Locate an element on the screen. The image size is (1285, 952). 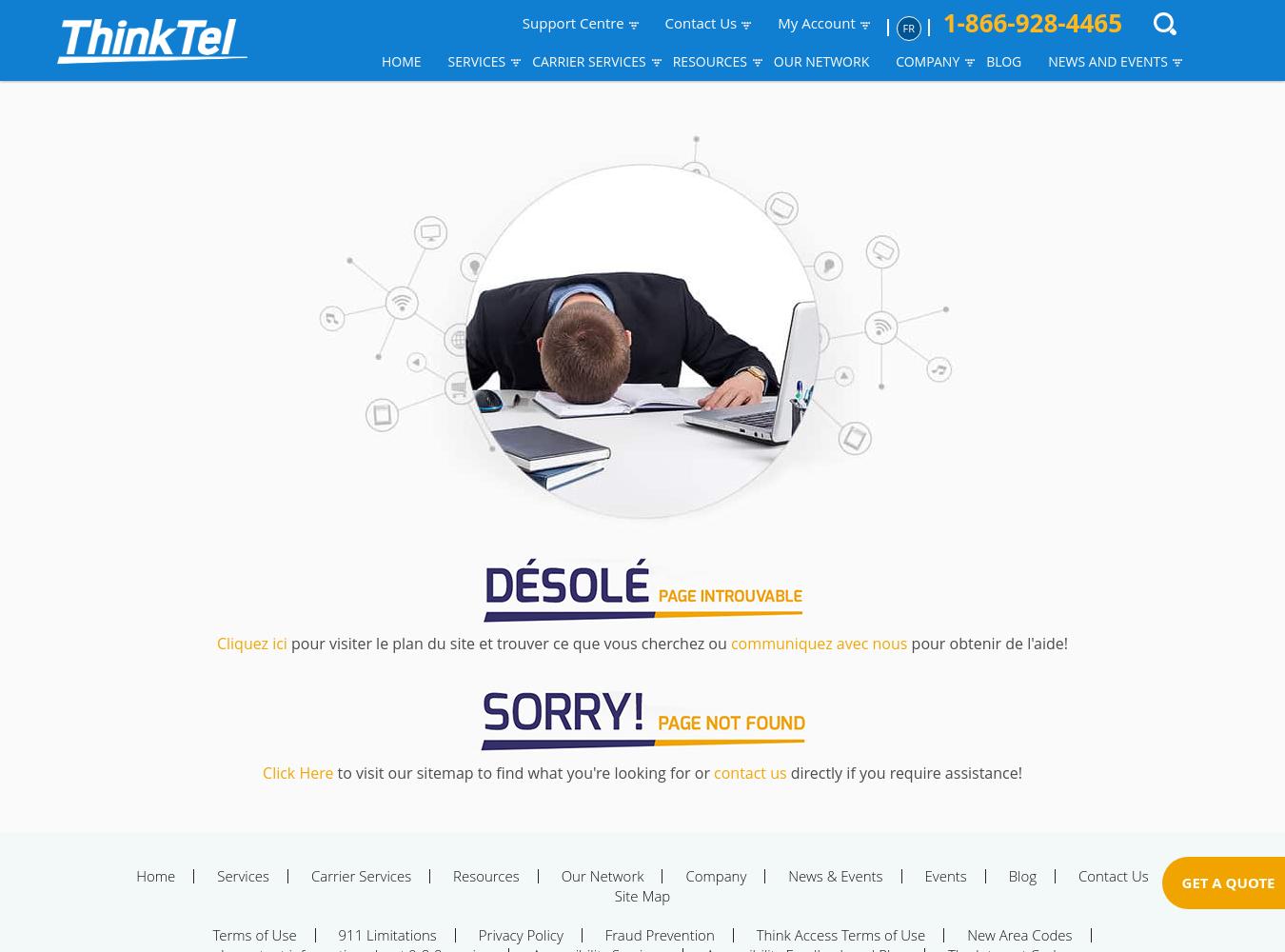
'pour obtenir de l'aide!' is located at coordinates (987, 644).